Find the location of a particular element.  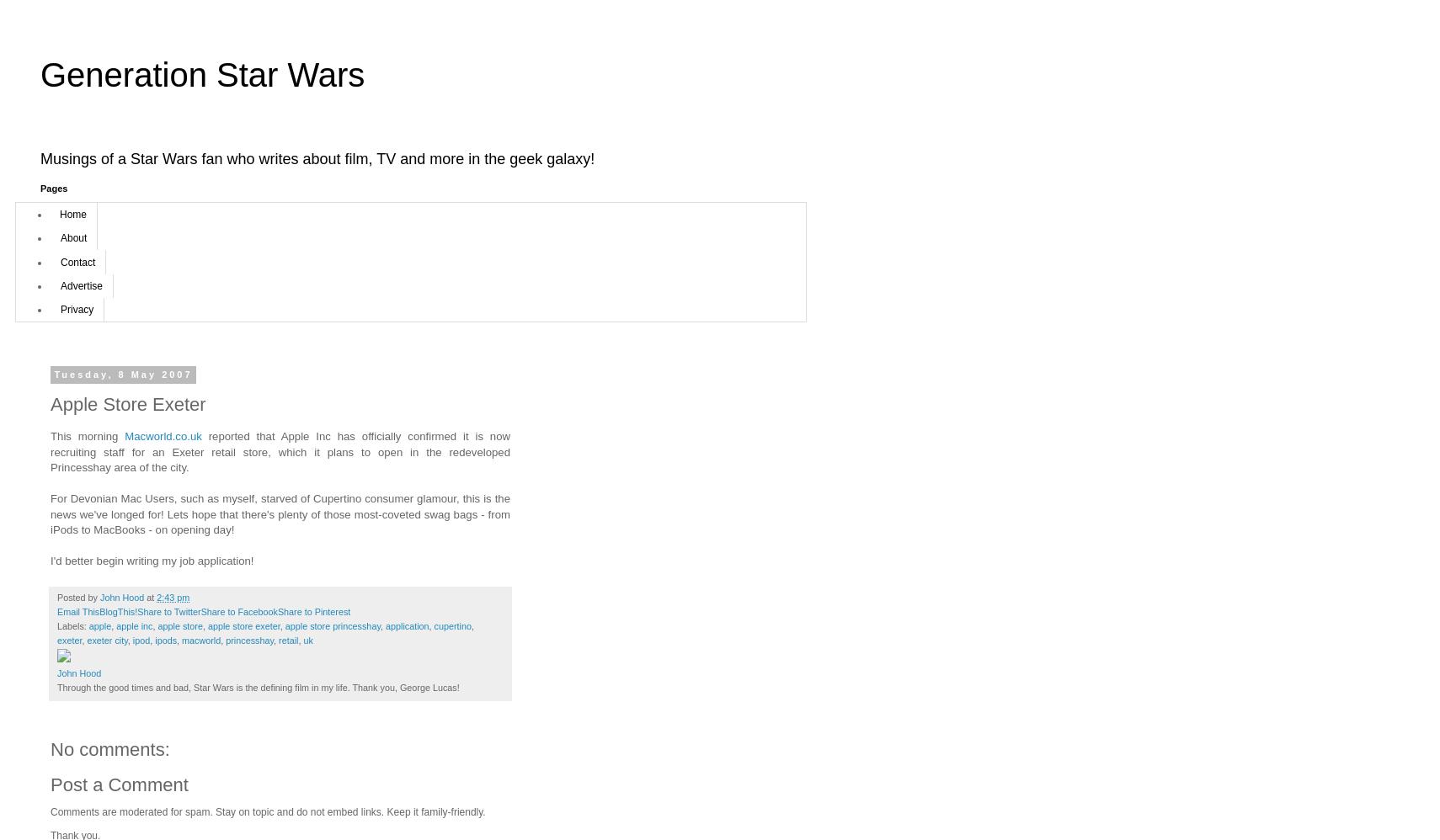

'Privacy' is located at coordinates (59, 308).